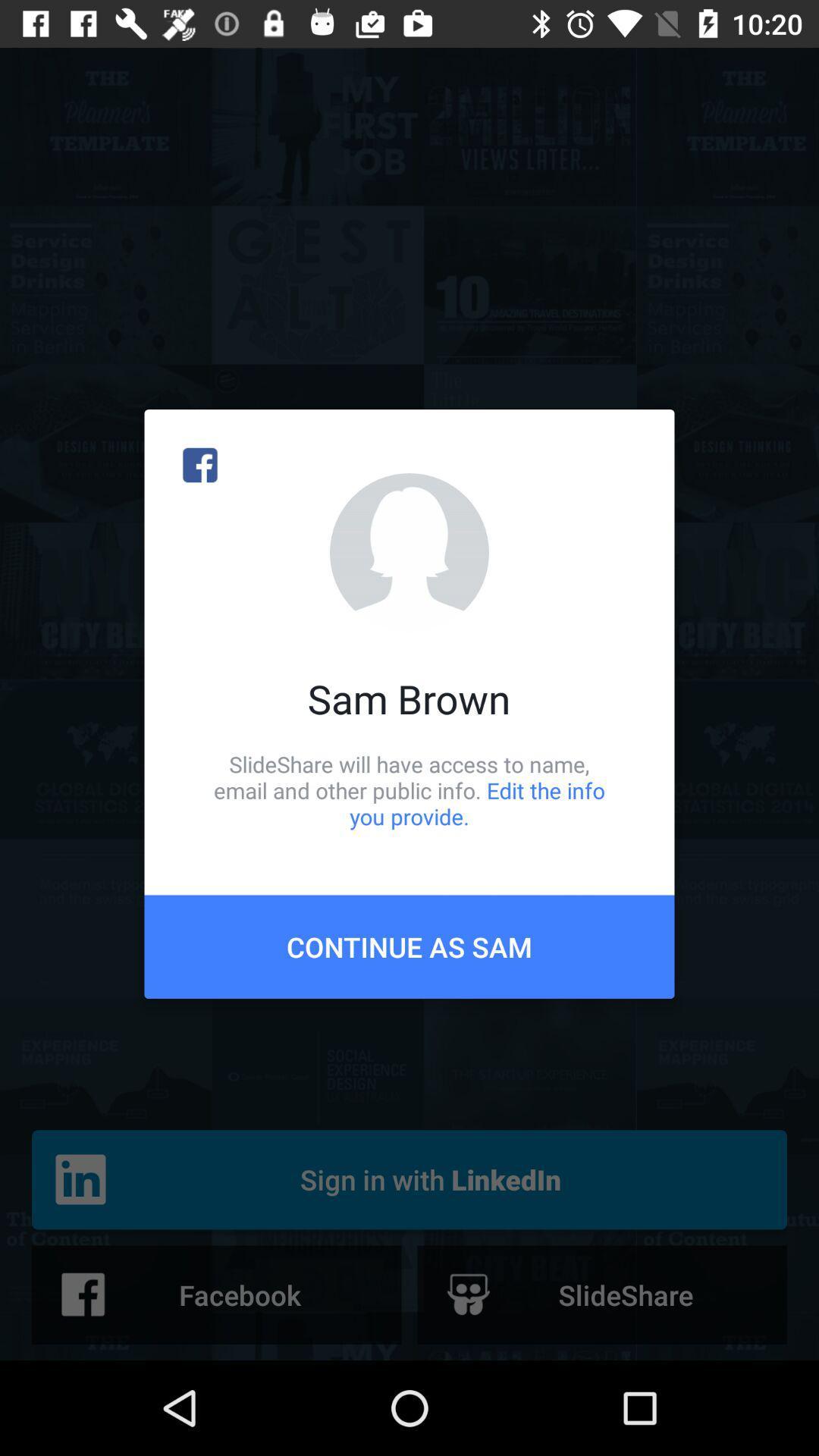 This screenshot has height=1456, width=819. Describe the element at coordinates (409, 789) in the screenshot. I see `the item above continue as sam icon` at that location.